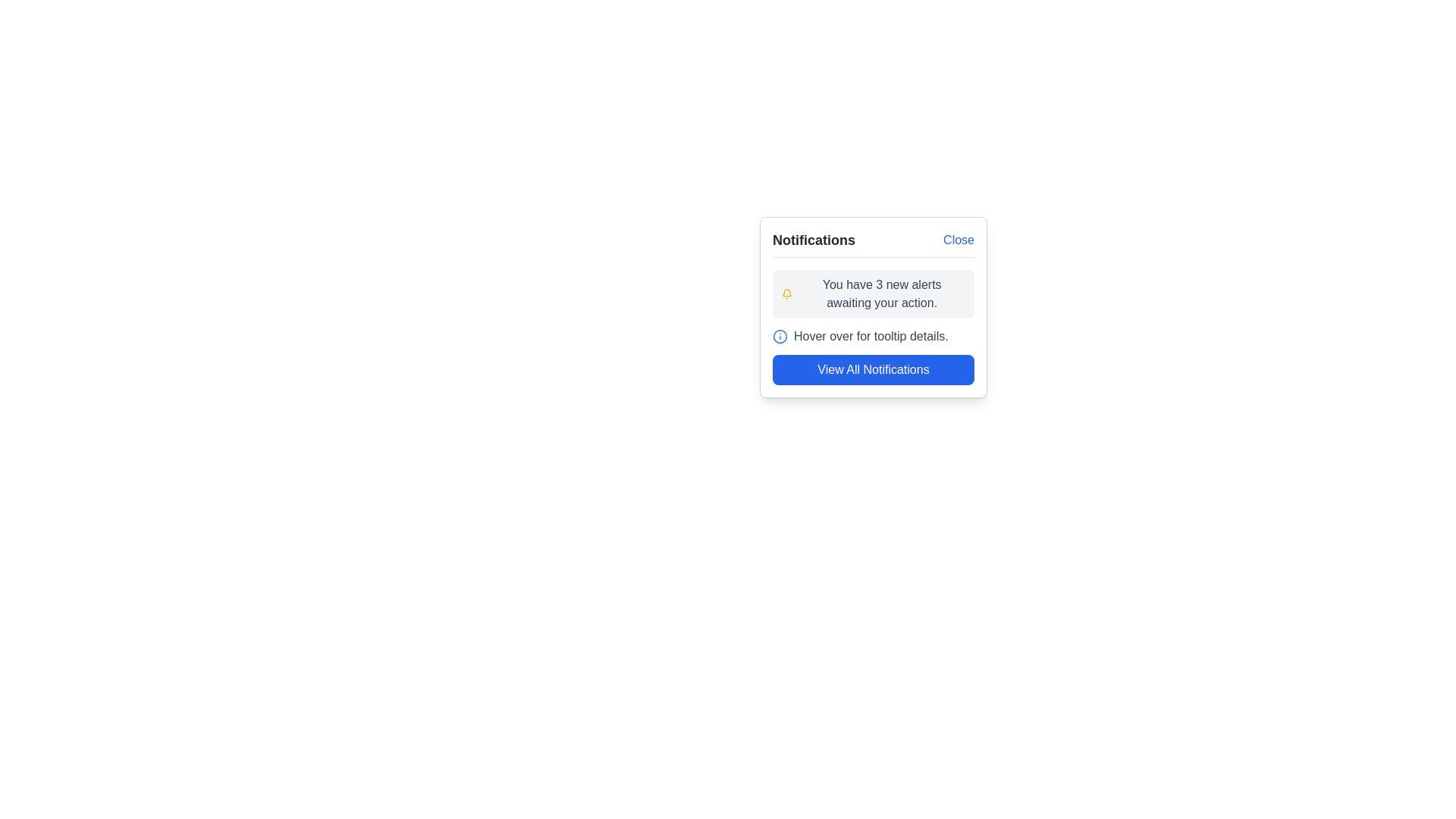 Image resolution: width=1456 pixels, height=819 pixels. Describe the element at coordinates (787, 294) in the screenshot. I see `the yellow bell icon located at the top-left corner of the notification panel, adjacent to the message 'You have 3 new alerts awaiting your action.' for potential interactions` at that location.